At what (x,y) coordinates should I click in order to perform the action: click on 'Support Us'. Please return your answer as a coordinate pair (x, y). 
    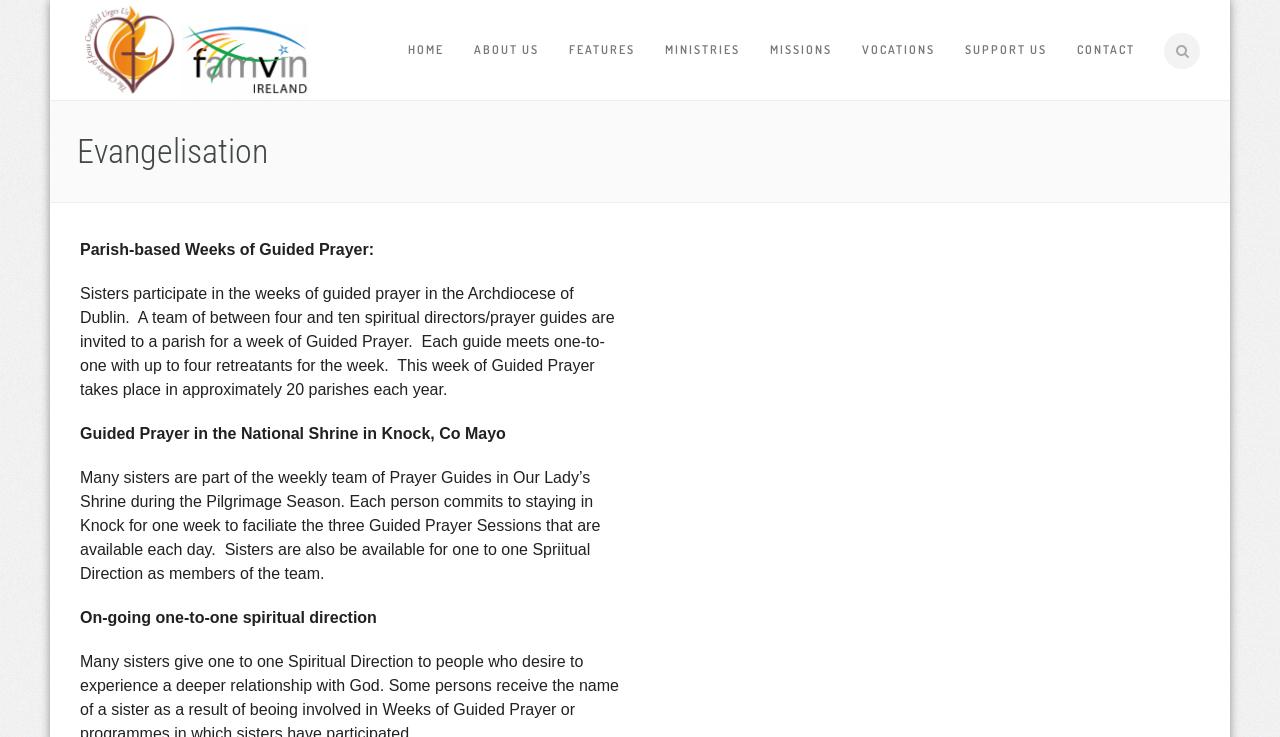
    Looking at the image, I should click on (1005, 49).